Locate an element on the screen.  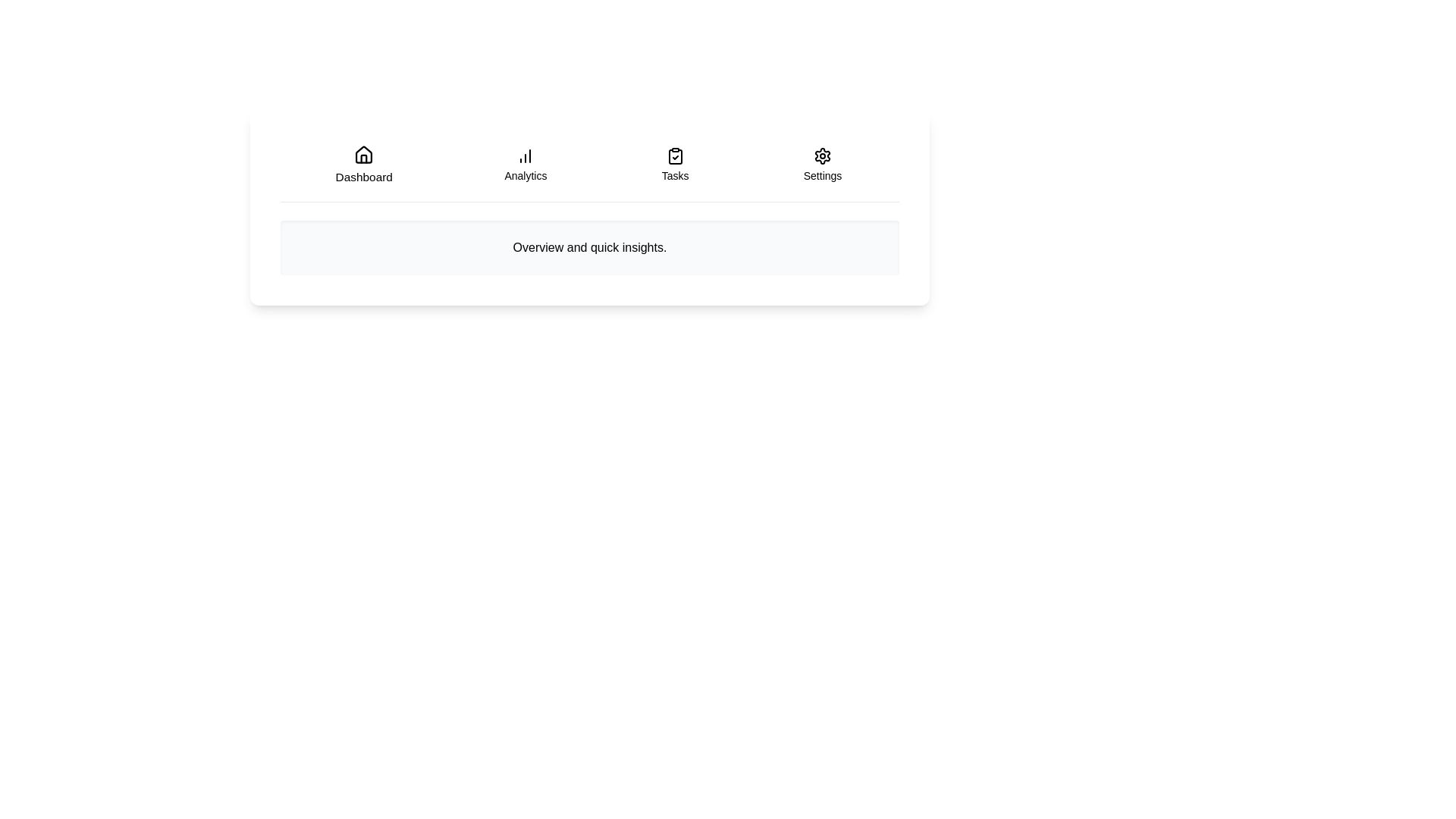
the house icon located above the 'Dashboard' text in the top-left corner of the navigation bar is located at coordinates (362, 155).